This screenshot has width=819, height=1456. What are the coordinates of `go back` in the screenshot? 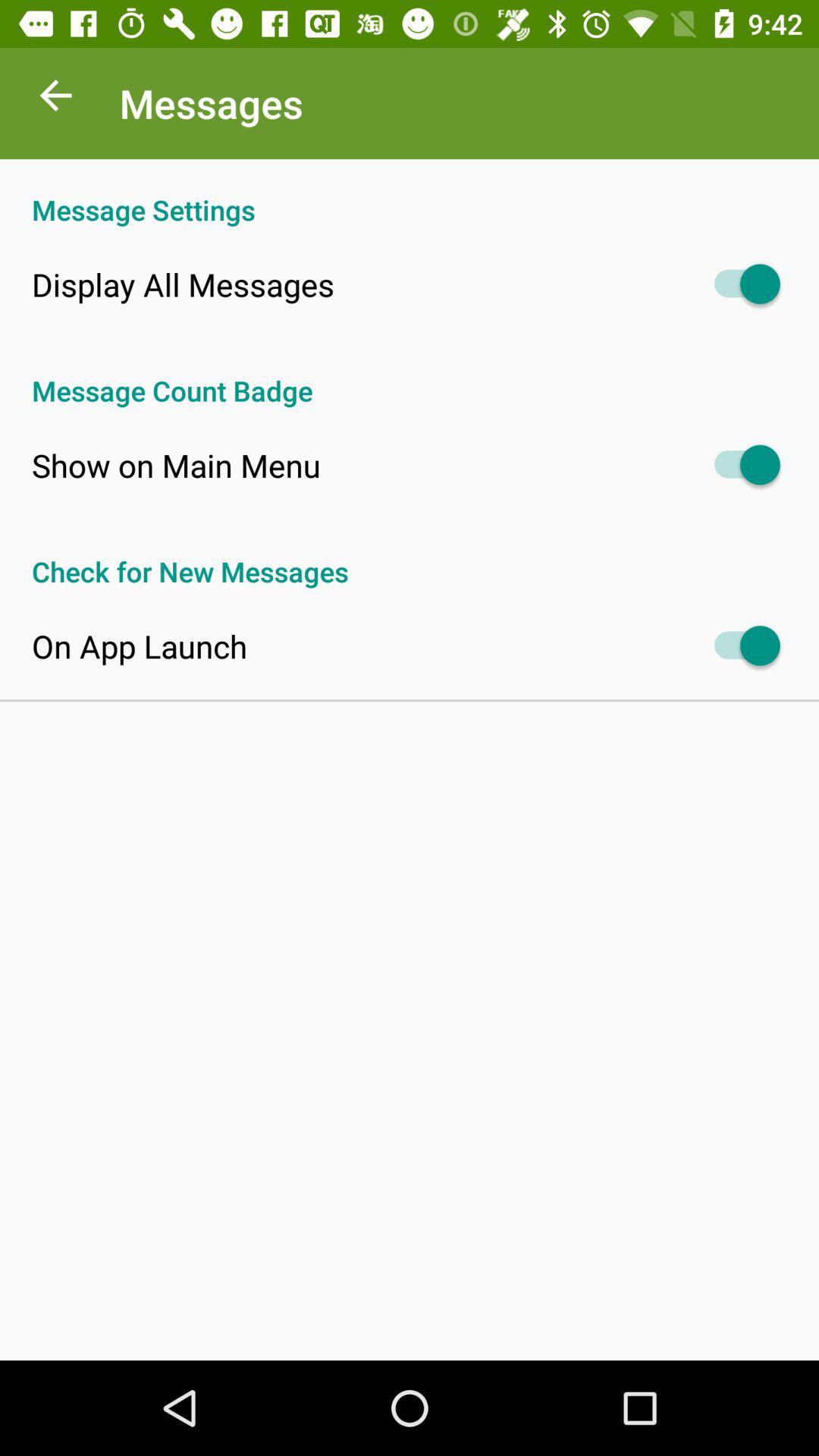 It's located at (55, 99).